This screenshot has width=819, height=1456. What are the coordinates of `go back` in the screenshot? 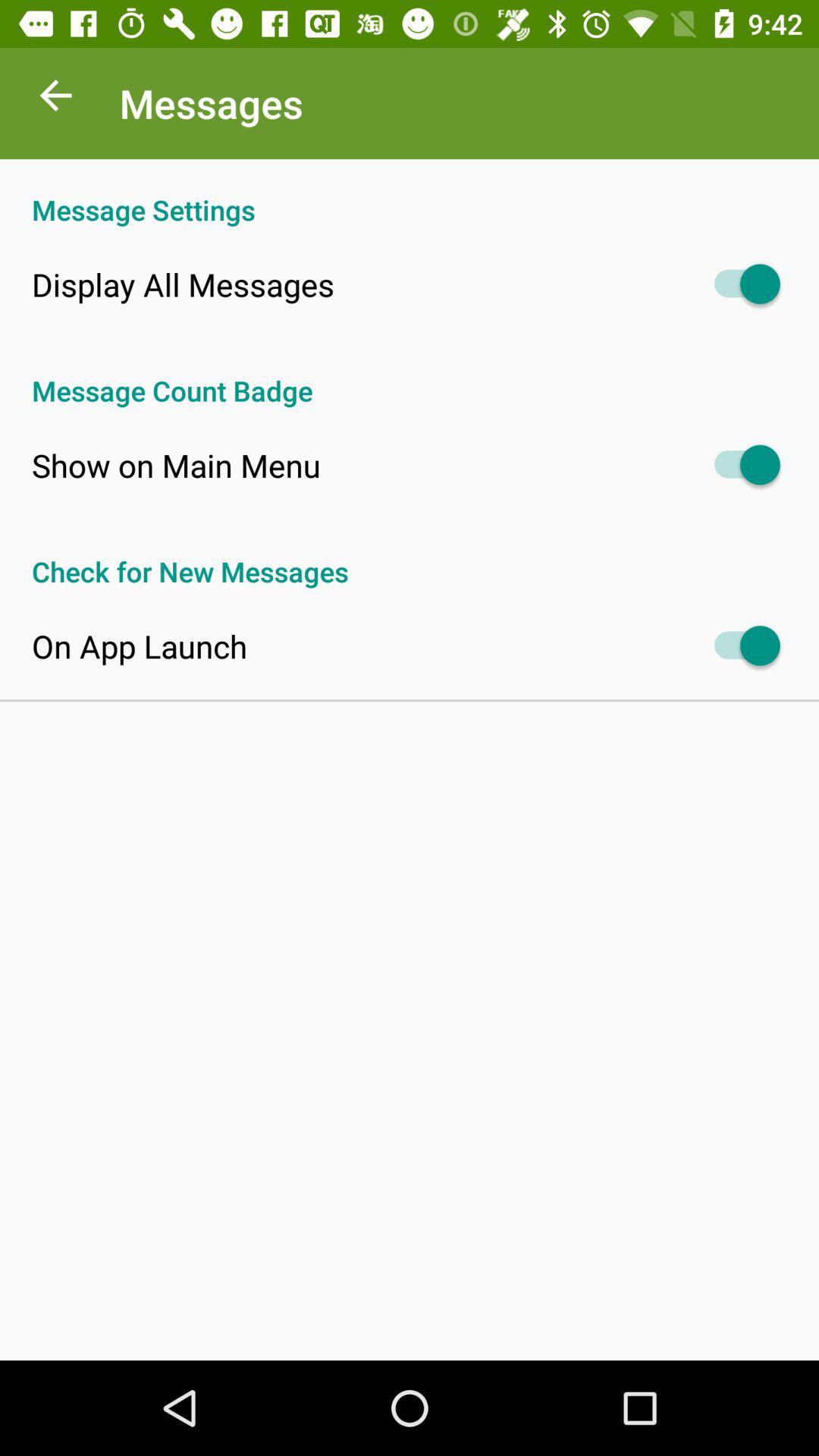 It's located at (55, 99).